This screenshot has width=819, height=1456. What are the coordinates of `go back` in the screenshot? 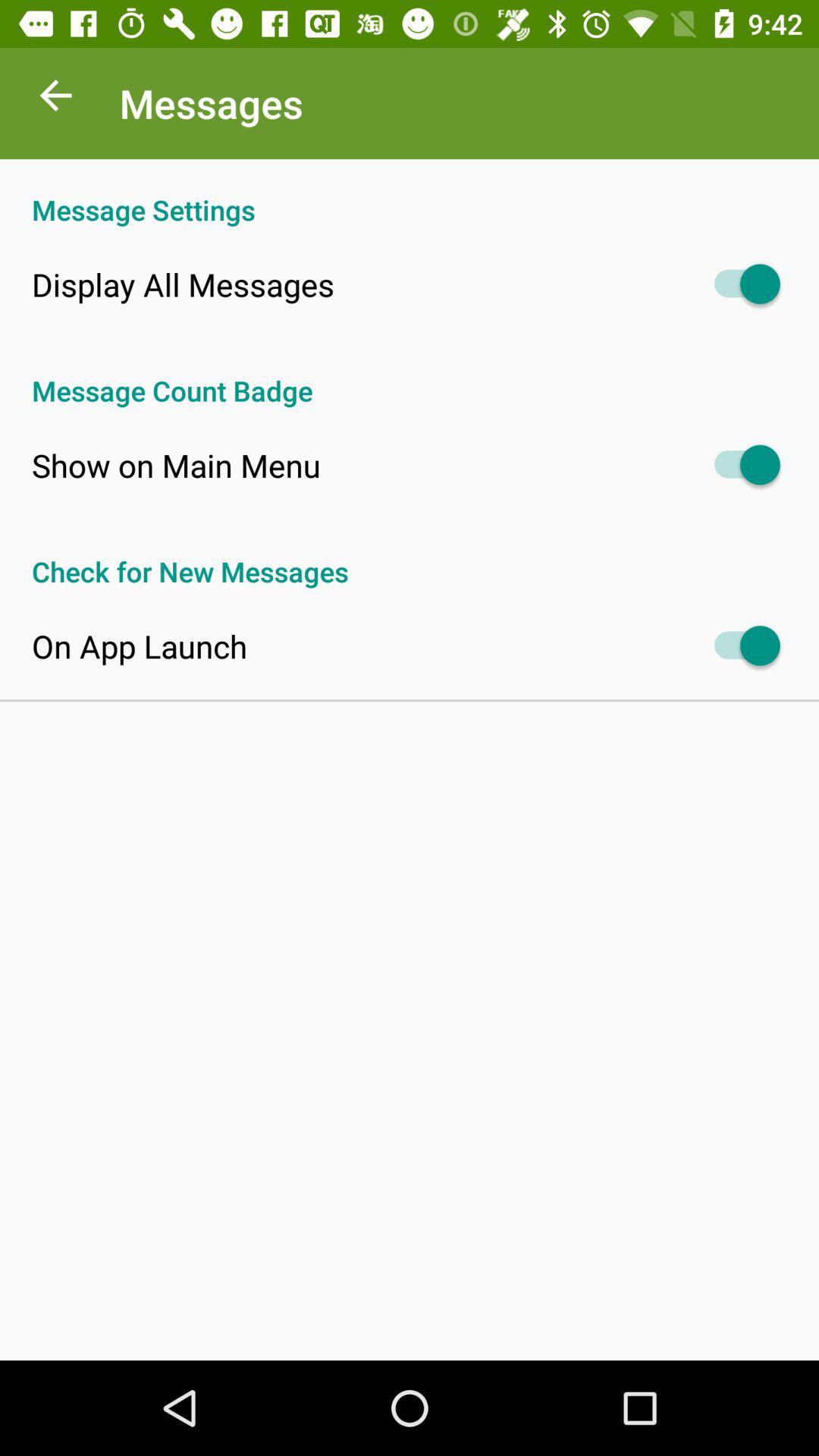 It's located at (55, 99).